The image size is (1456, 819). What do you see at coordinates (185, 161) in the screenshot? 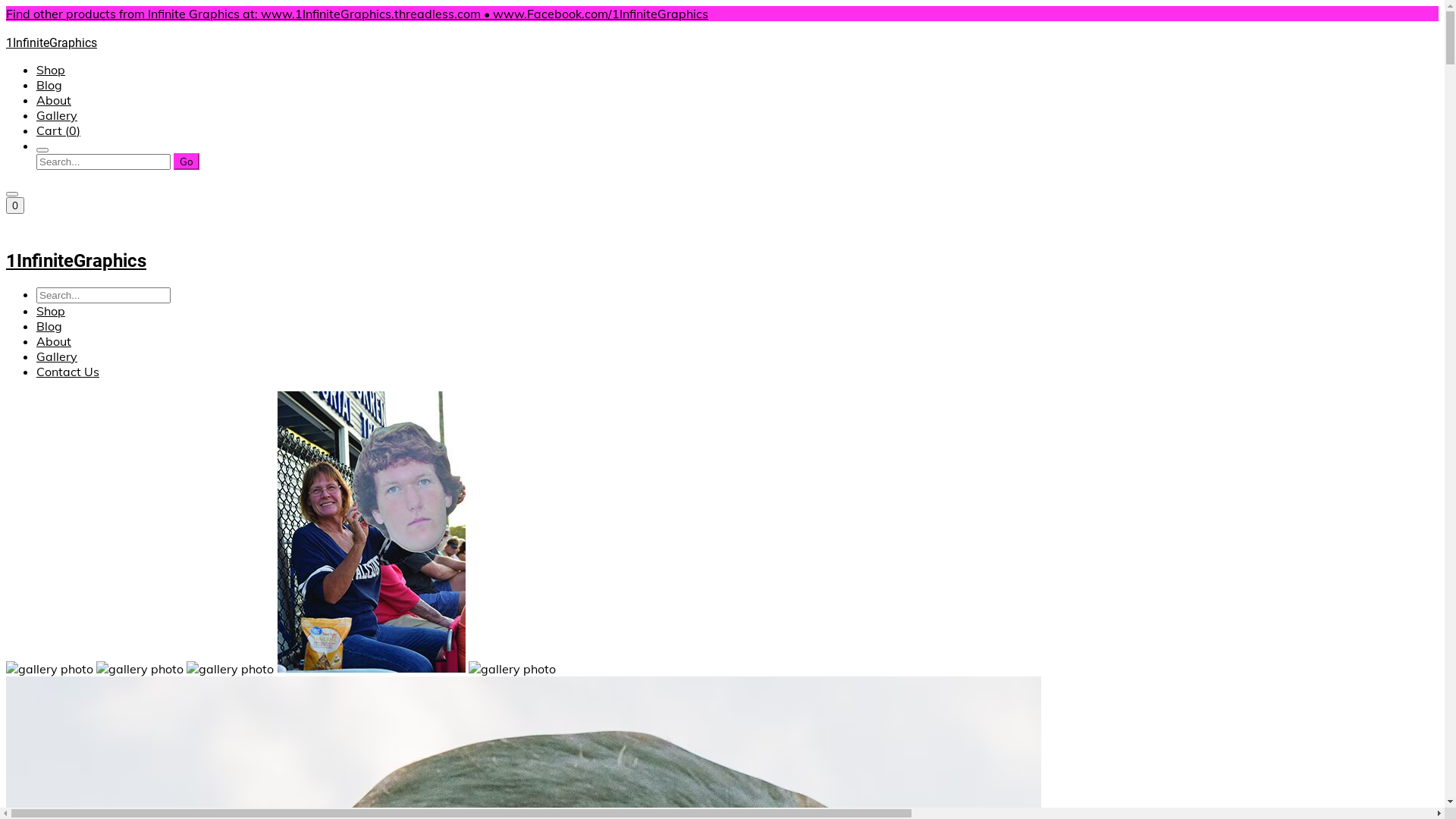
I see `'Go'` at bounding box center [185, 161].